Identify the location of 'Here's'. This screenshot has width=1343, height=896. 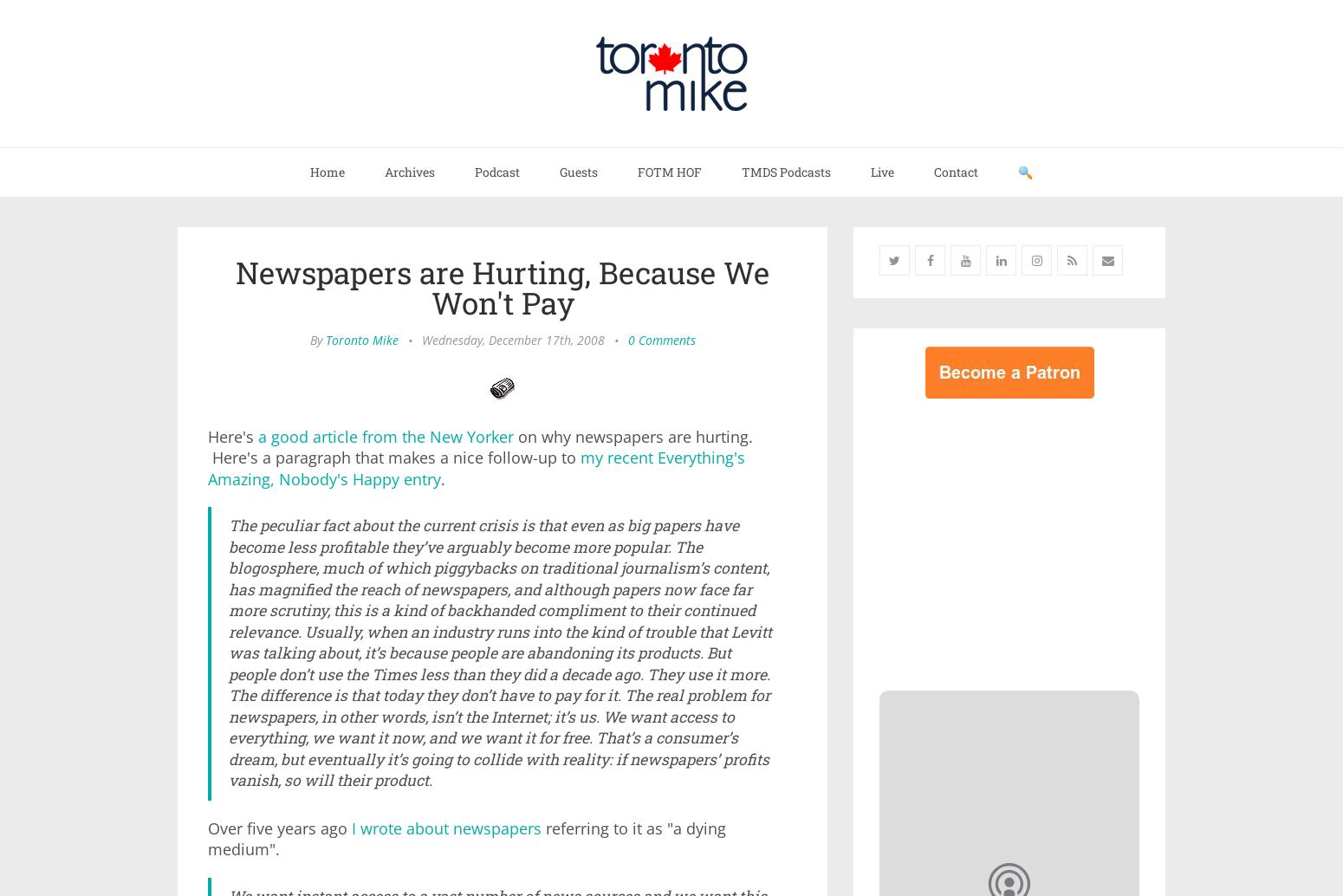
(232, 435).